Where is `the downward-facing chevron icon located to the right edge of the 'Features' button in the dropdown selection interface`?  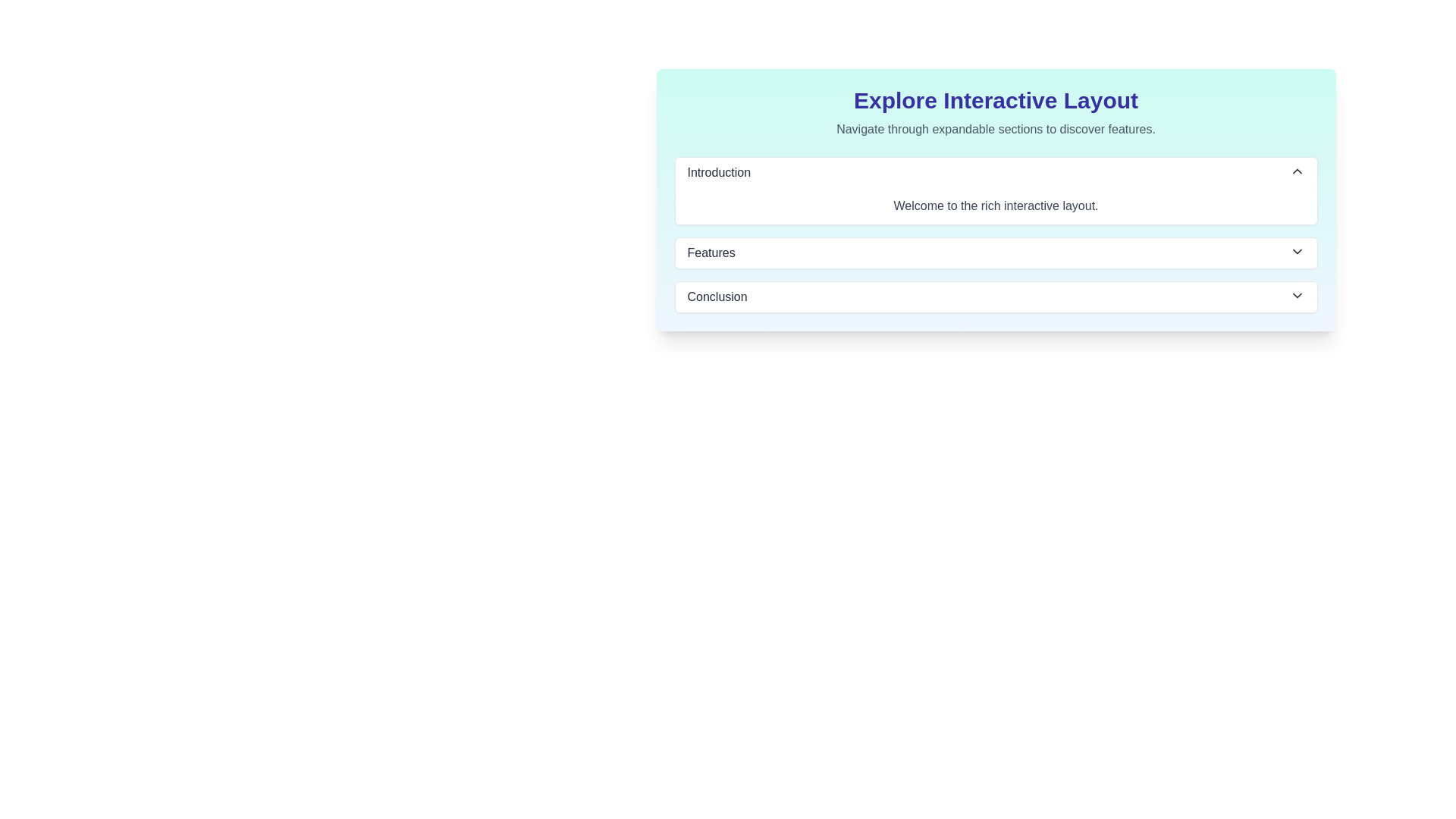
the downward-facing chevron icon located to the right edge of the 'Features' button in the dropdown selection interface is located at coordinates (1296, 250).